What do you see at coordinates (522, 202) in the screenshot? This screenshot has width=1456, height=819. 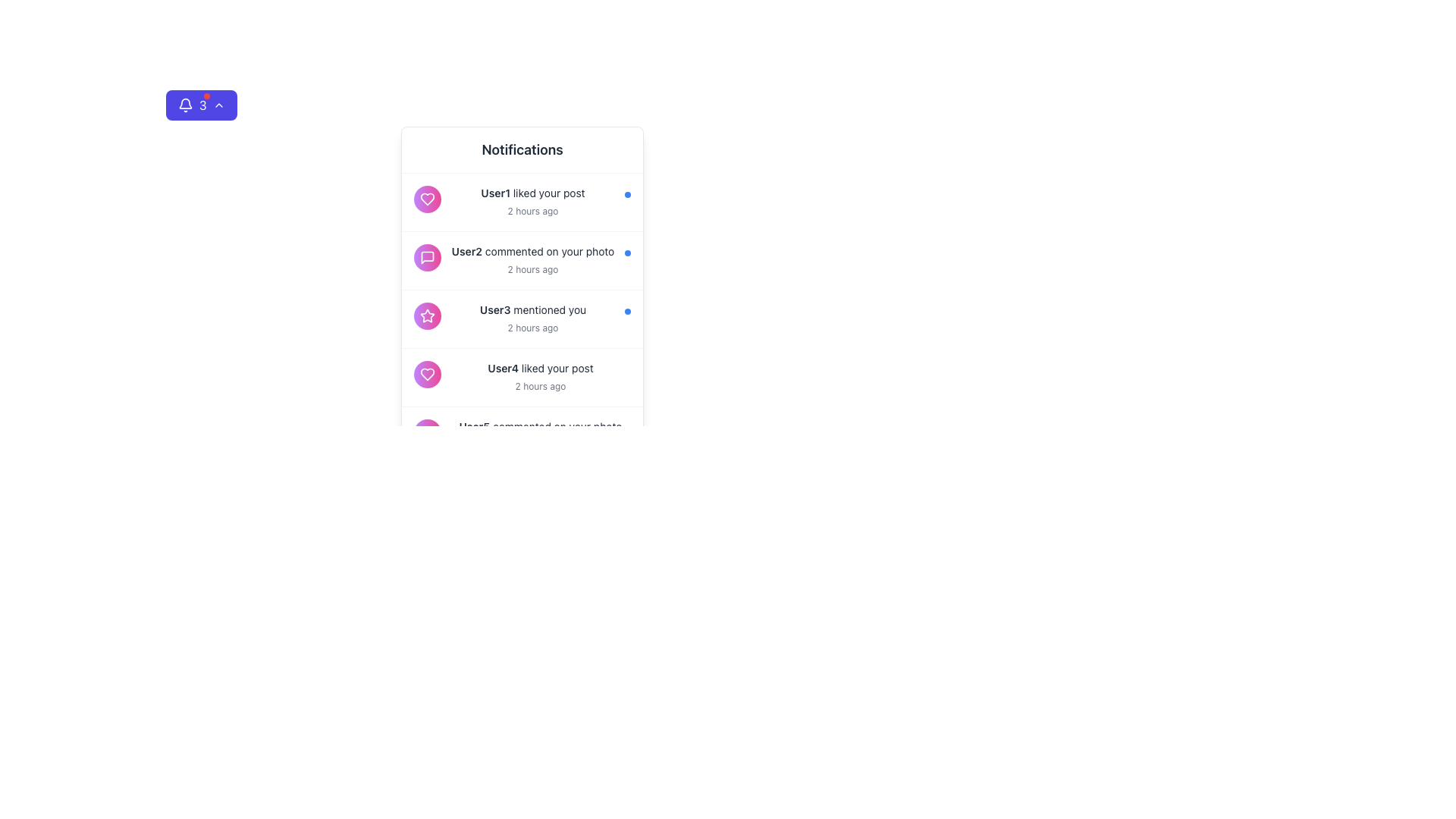 I see `the first notification entry with a purple gradient heart icon, bolded text 'User1', and the text 'liked your post'` at bounding box center [522, 202].